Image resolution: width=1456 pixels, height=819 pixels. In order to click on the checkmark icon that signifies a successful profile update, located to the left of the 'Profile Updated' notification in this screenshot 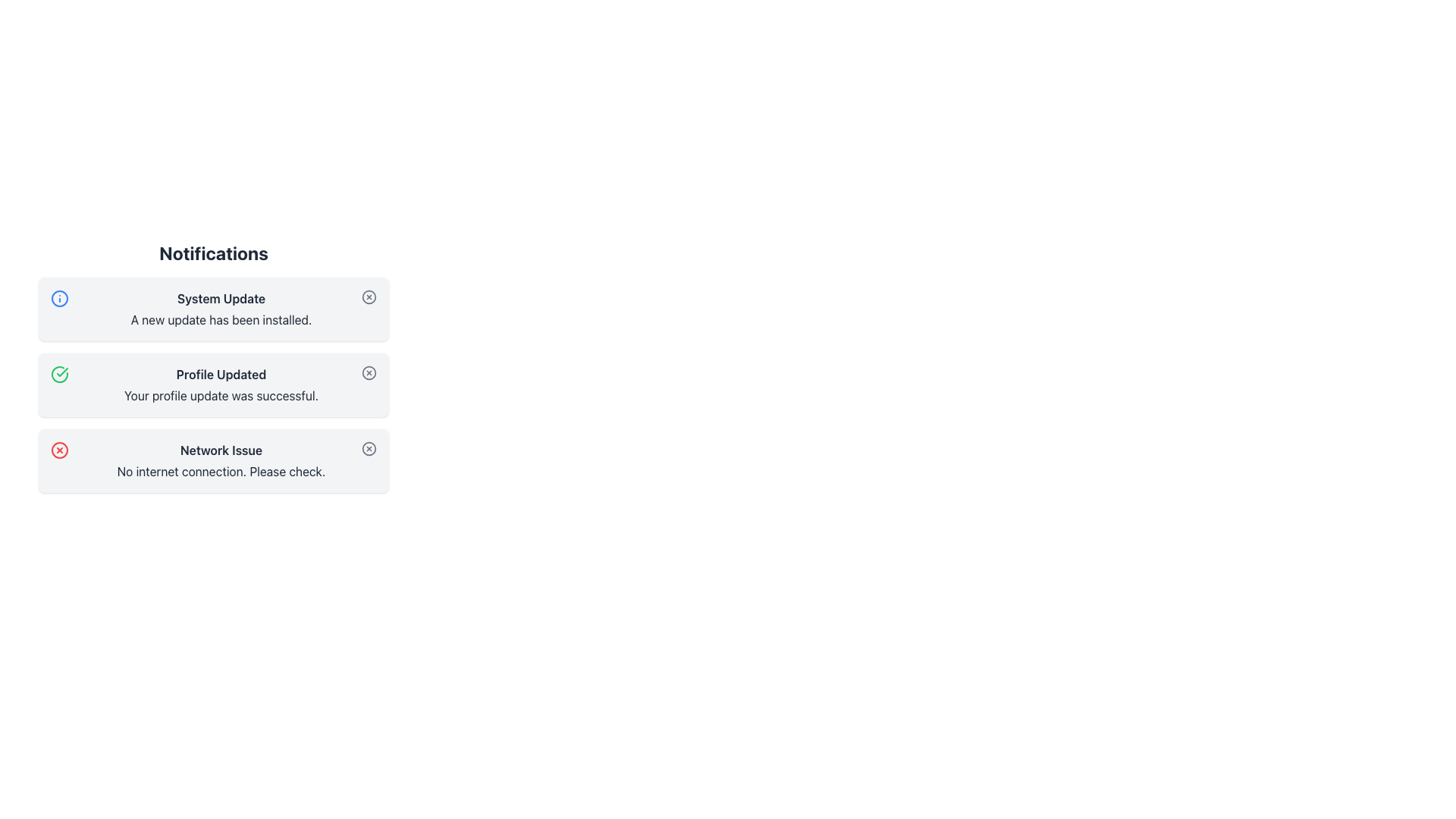, I will do `click(59, 374)`.